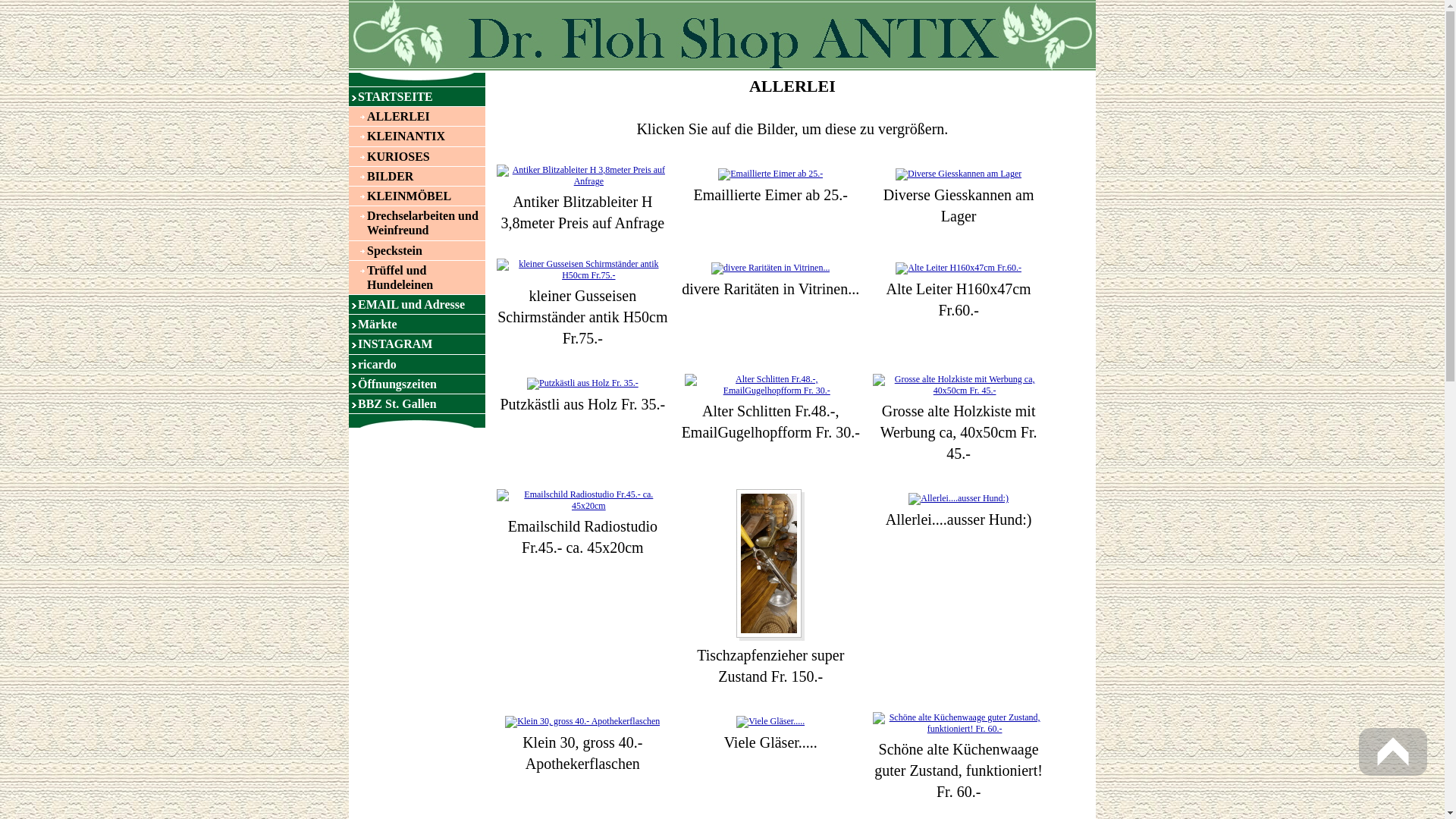  Describe the element at coordinates (417, 364) in the screenshot. I see `'ricardo'` at that location.